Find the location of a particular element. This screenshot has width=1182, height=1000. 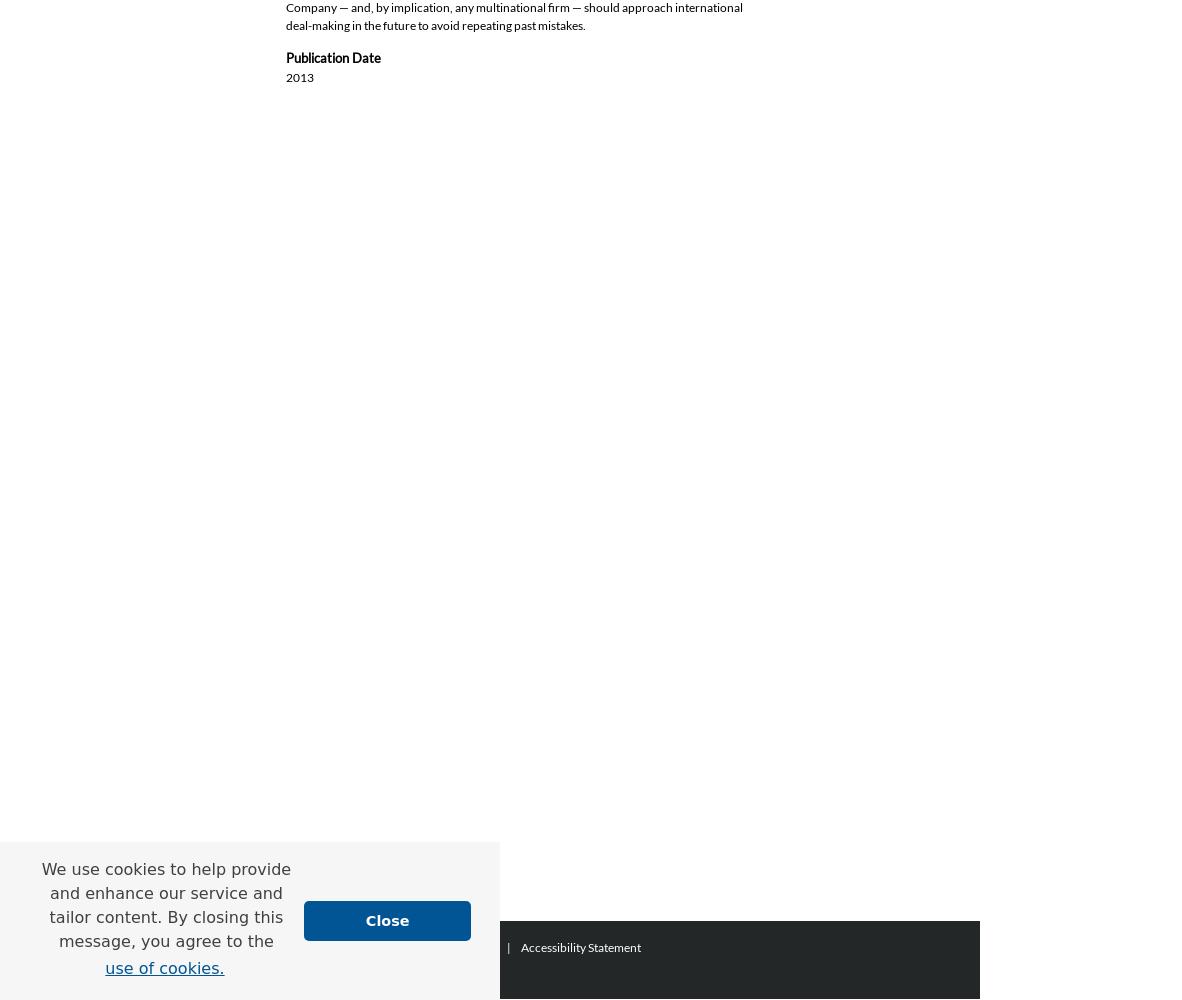

'My Account' is located at coordinates (463, 946).